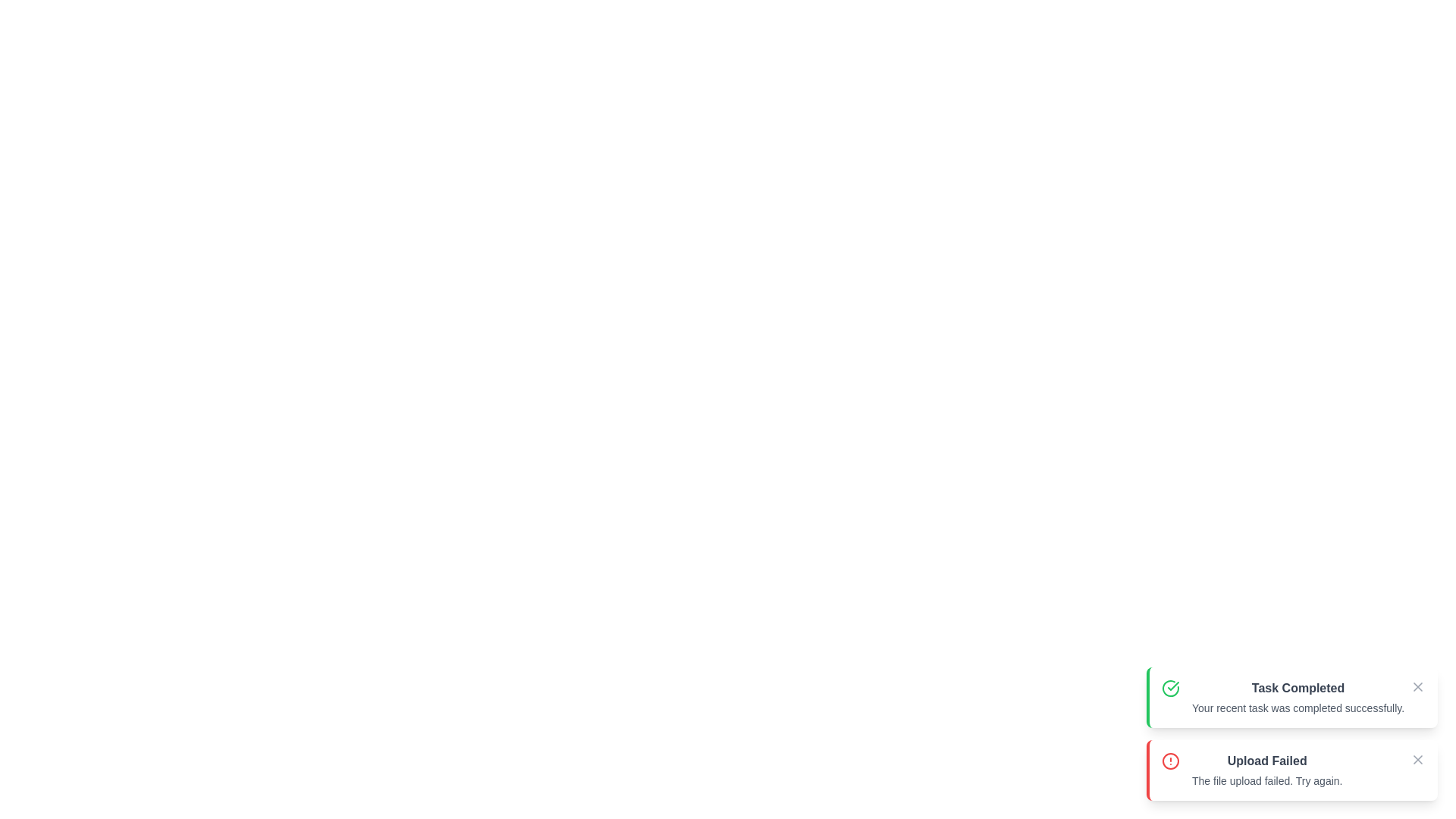 The width and height of the screenshot is (1456, 819). I want to click on the 'Task Completed' title to focus on it, so click(1298, 688).